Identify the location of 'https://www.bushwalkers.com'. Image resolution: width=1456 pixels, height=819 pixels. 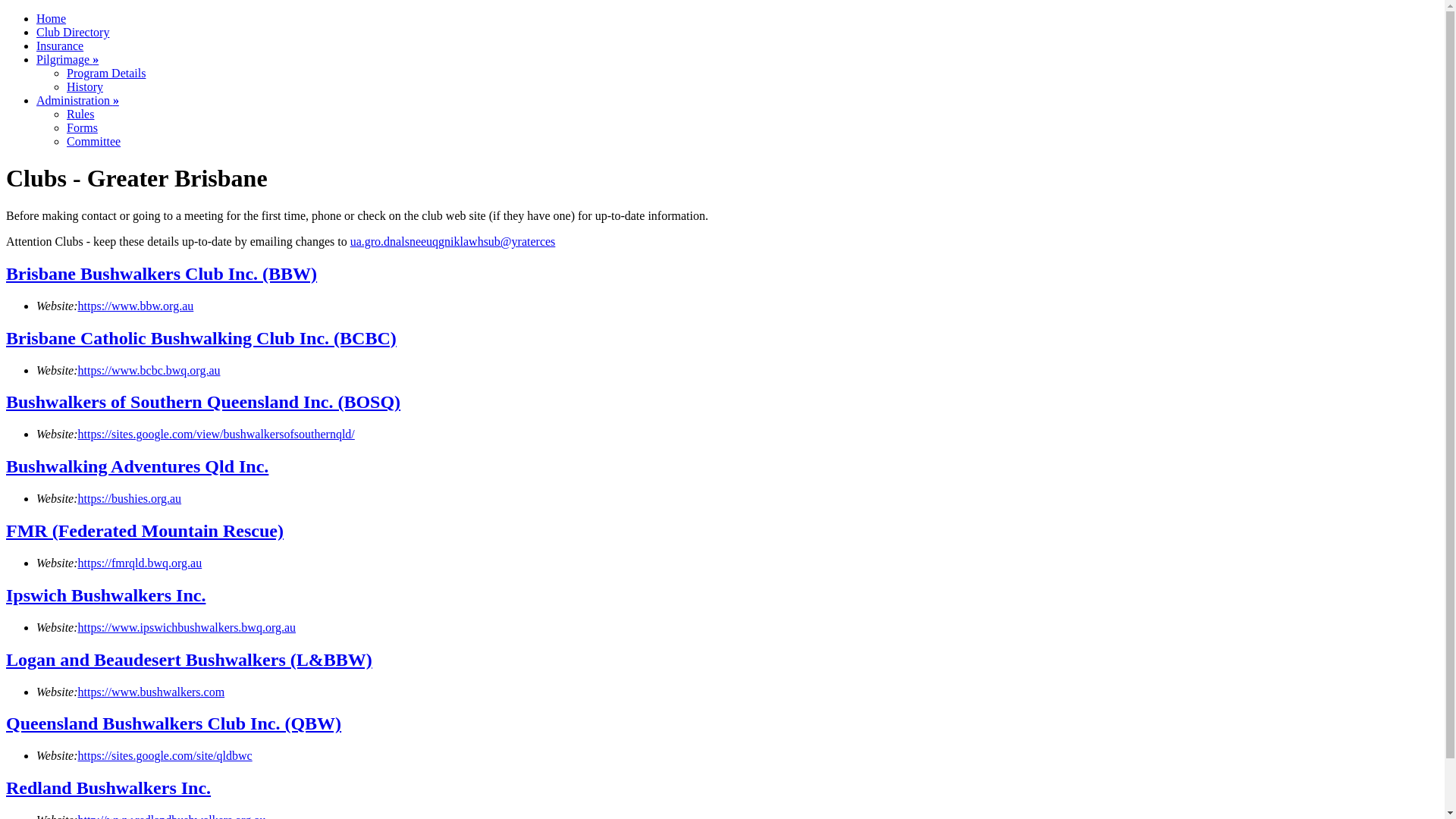
(152, 692).